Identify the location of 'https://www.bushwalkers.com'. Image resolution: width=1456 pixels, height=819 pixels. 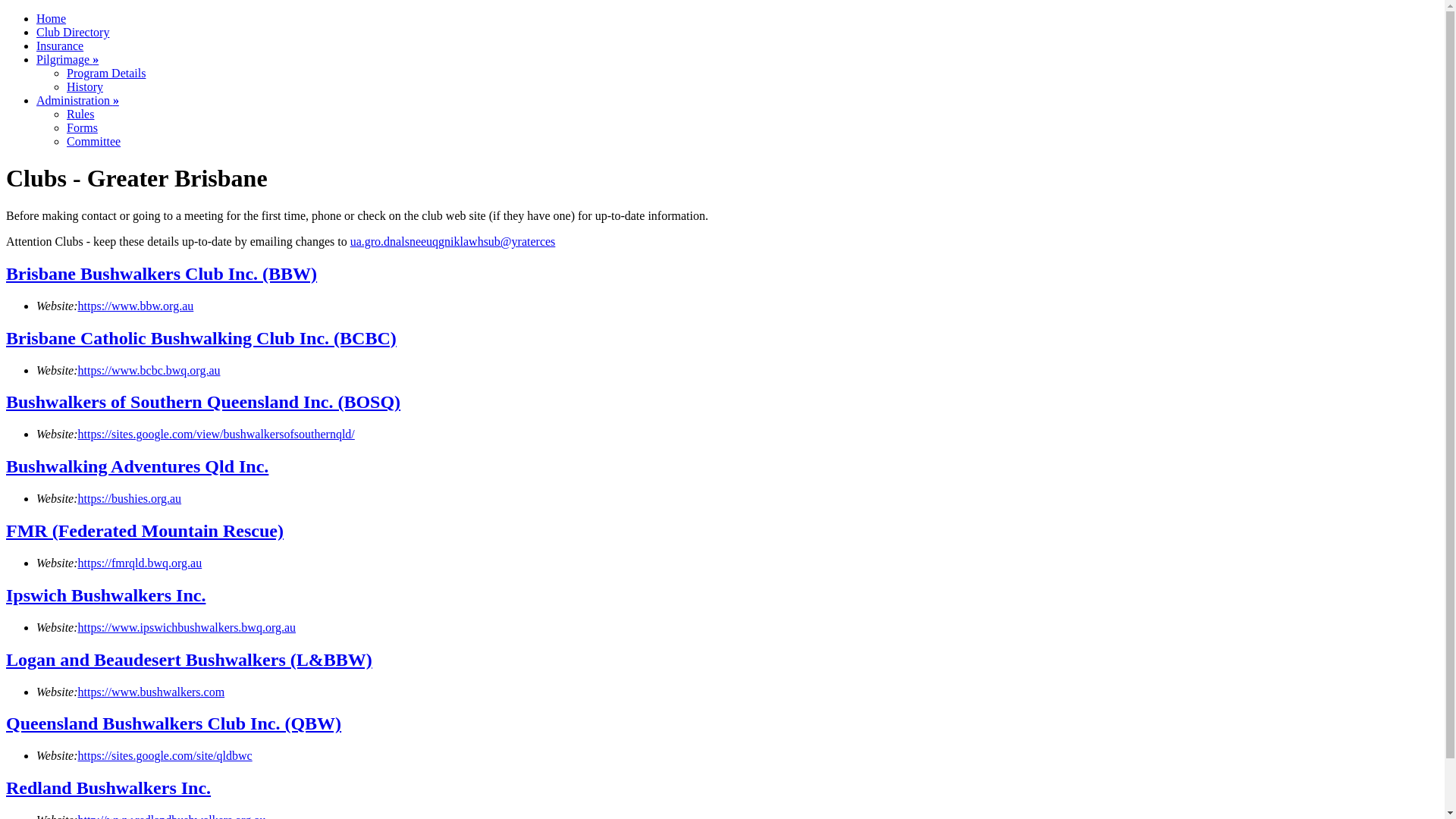
(152, 692).